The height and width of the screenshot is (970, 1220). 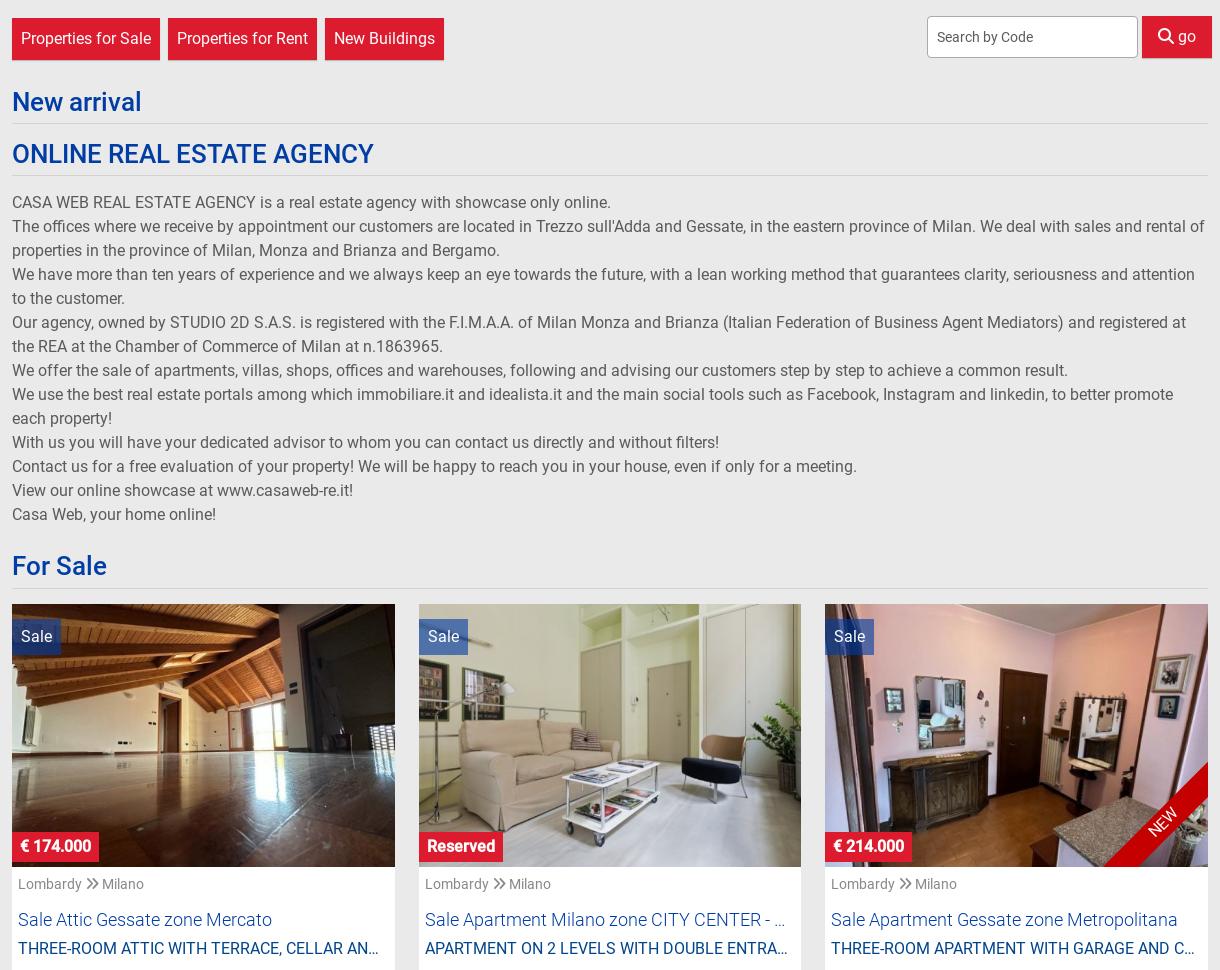 I want to click on '€ 1.800', so click(x=874, y=803).